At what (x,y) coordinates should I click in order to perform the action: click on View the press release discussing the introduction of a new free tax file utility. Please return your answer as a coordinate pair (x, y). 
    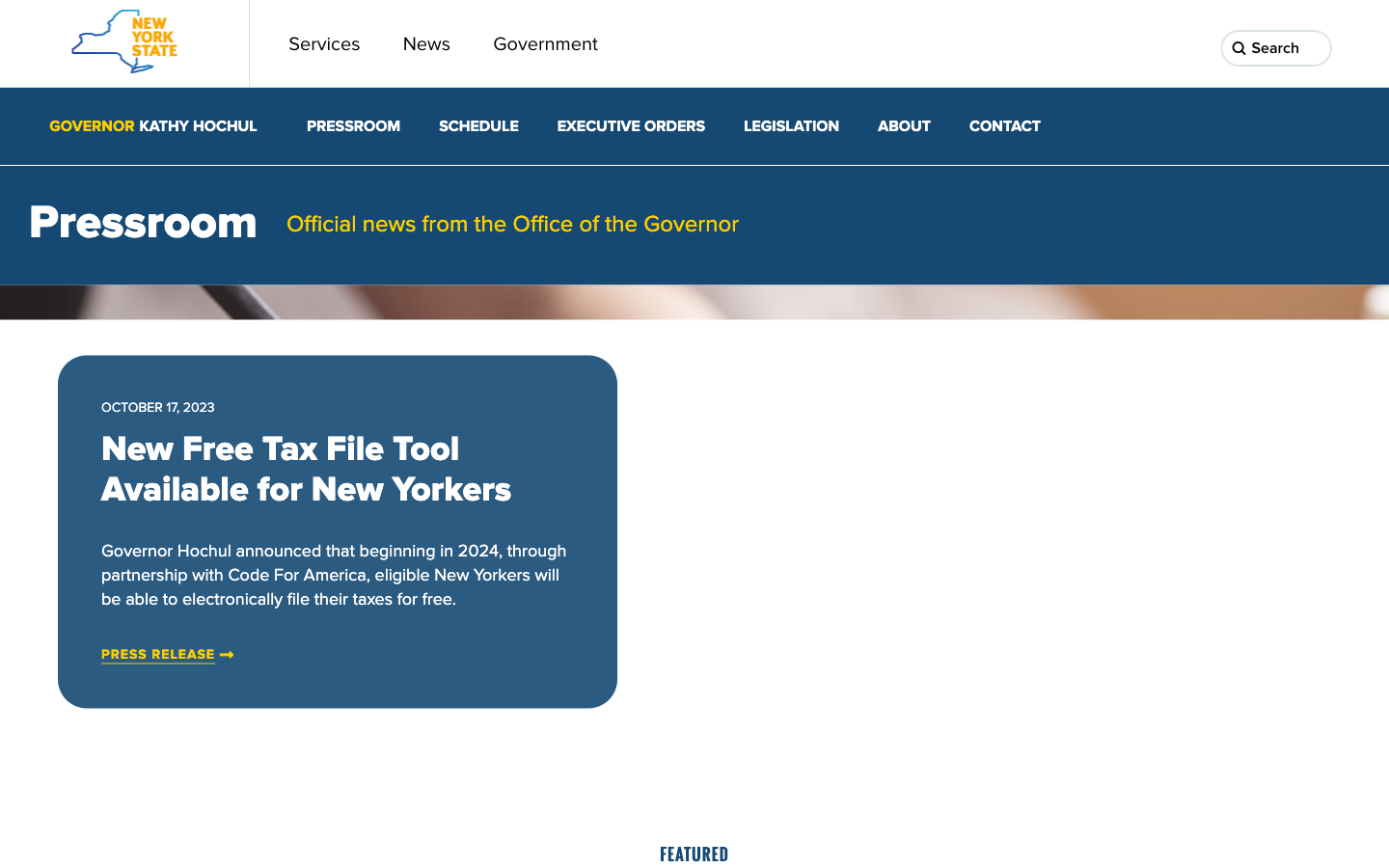
    Looking at the image, I should click on (157, 654).